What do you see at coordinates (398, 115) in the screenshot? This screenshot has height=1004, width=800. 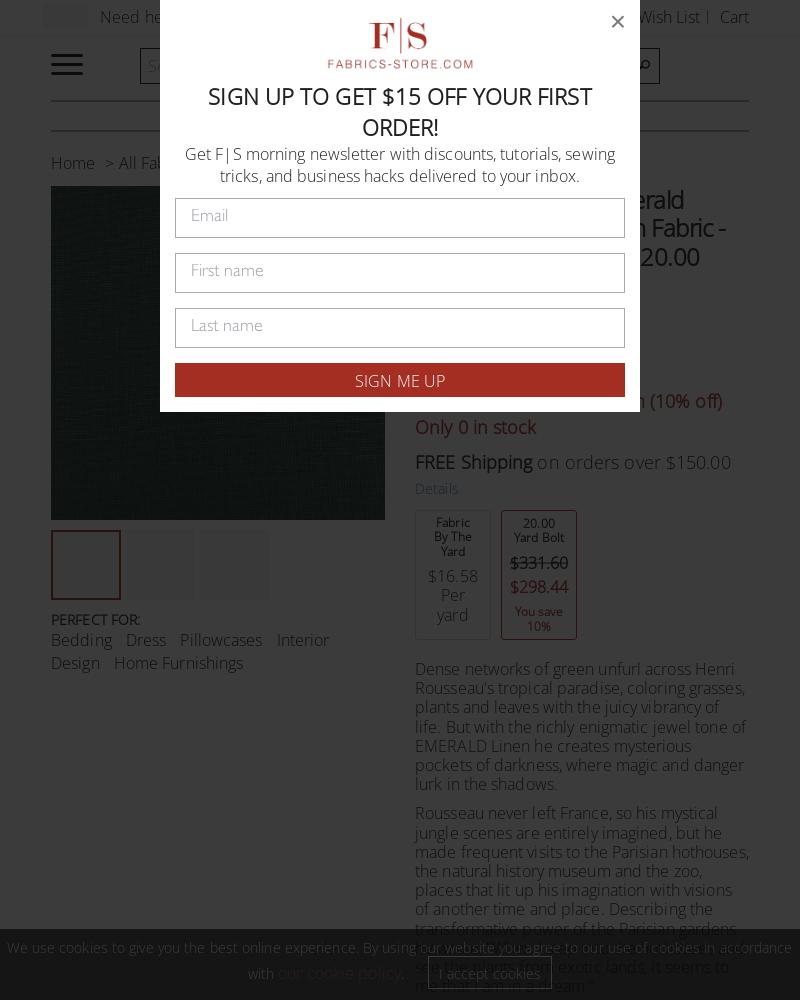 I see `'Our linen is nothing short of addicting'` at bounding box center [398, 115].